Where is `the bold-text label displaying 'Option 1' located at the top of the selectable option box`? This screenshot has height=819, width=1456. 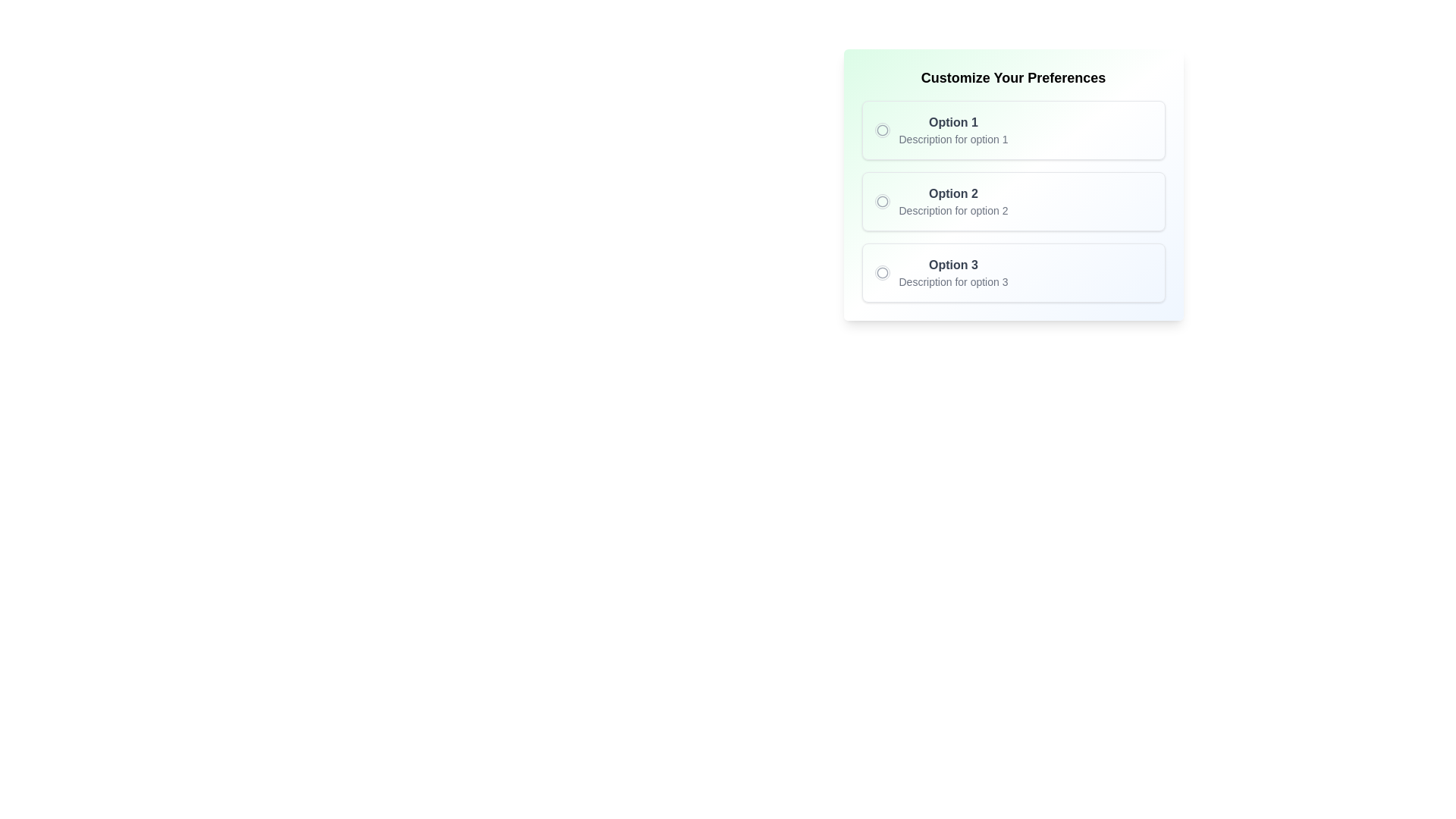
the bold-text label displaying 'Option 1' located at the top of the selectable option box is located at coordinates (952, 122).